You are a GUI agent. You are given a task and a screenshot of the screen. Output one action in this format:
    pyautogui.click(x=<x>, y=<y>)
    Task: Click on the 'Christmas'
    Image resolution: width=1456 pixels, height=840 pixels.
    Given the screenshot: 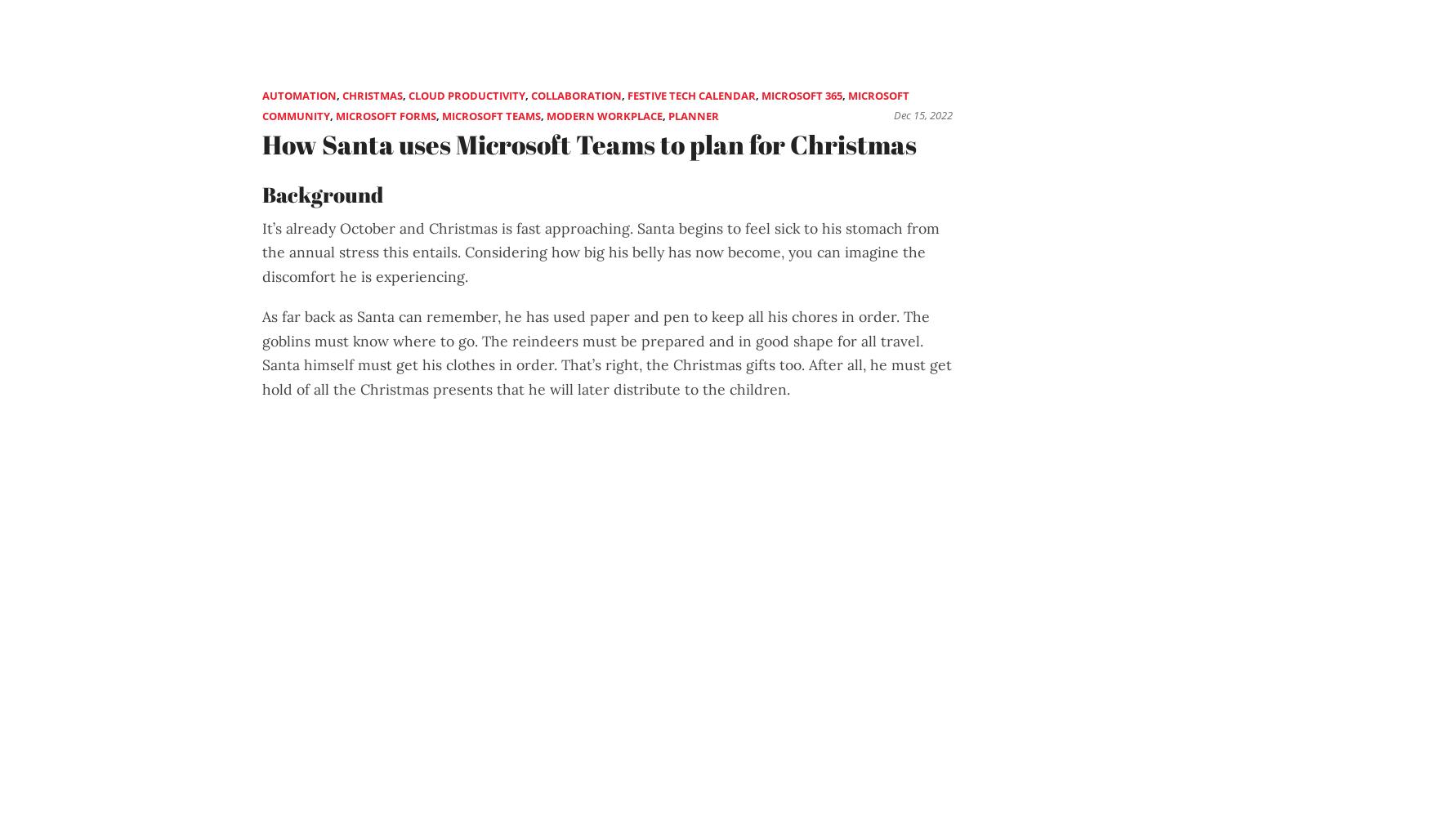 What is the action you would take?
    pyautogui.click(x=372, y=94)
    